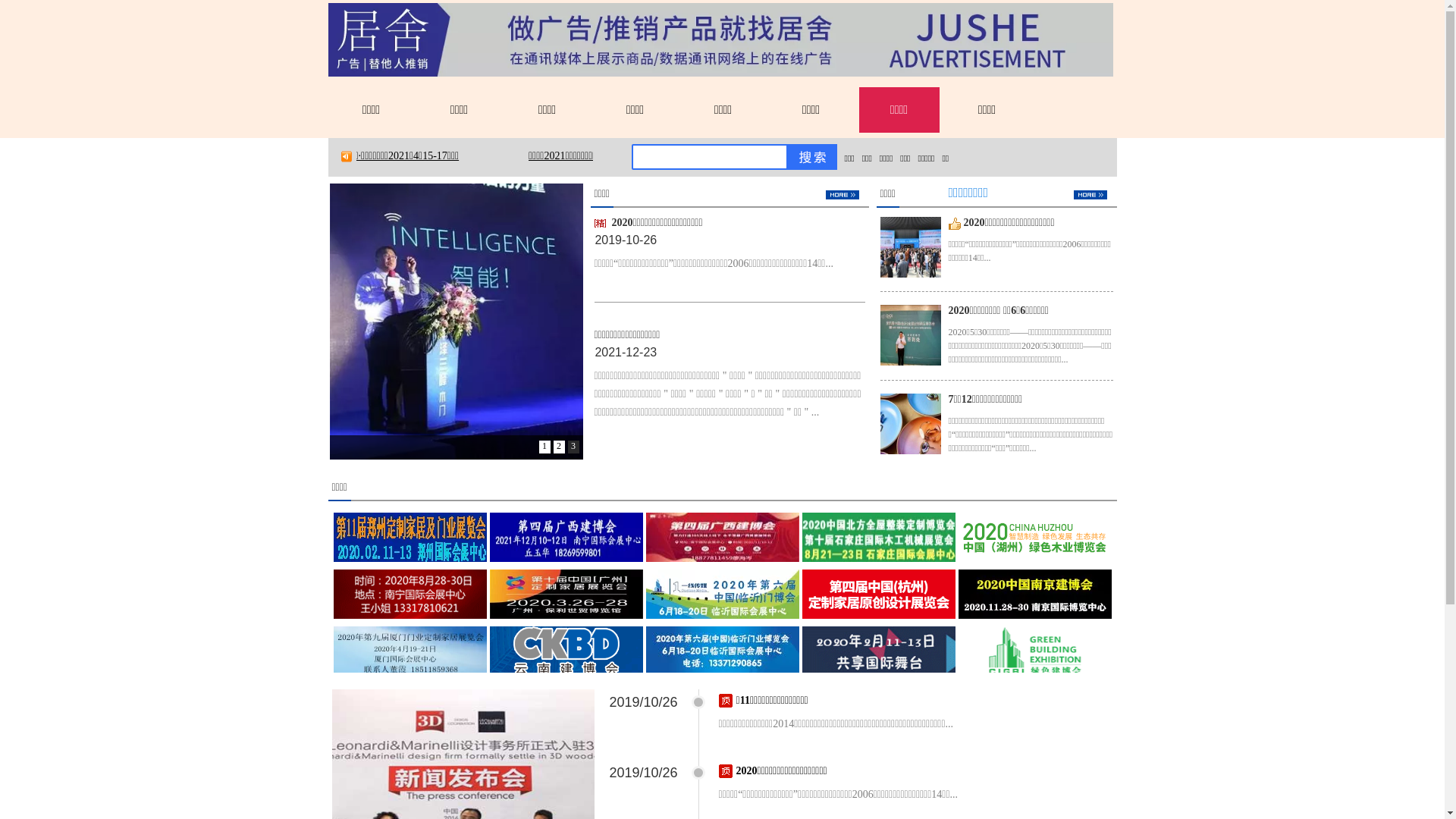  I want to click on '2019/10/26', so click(644, 701).